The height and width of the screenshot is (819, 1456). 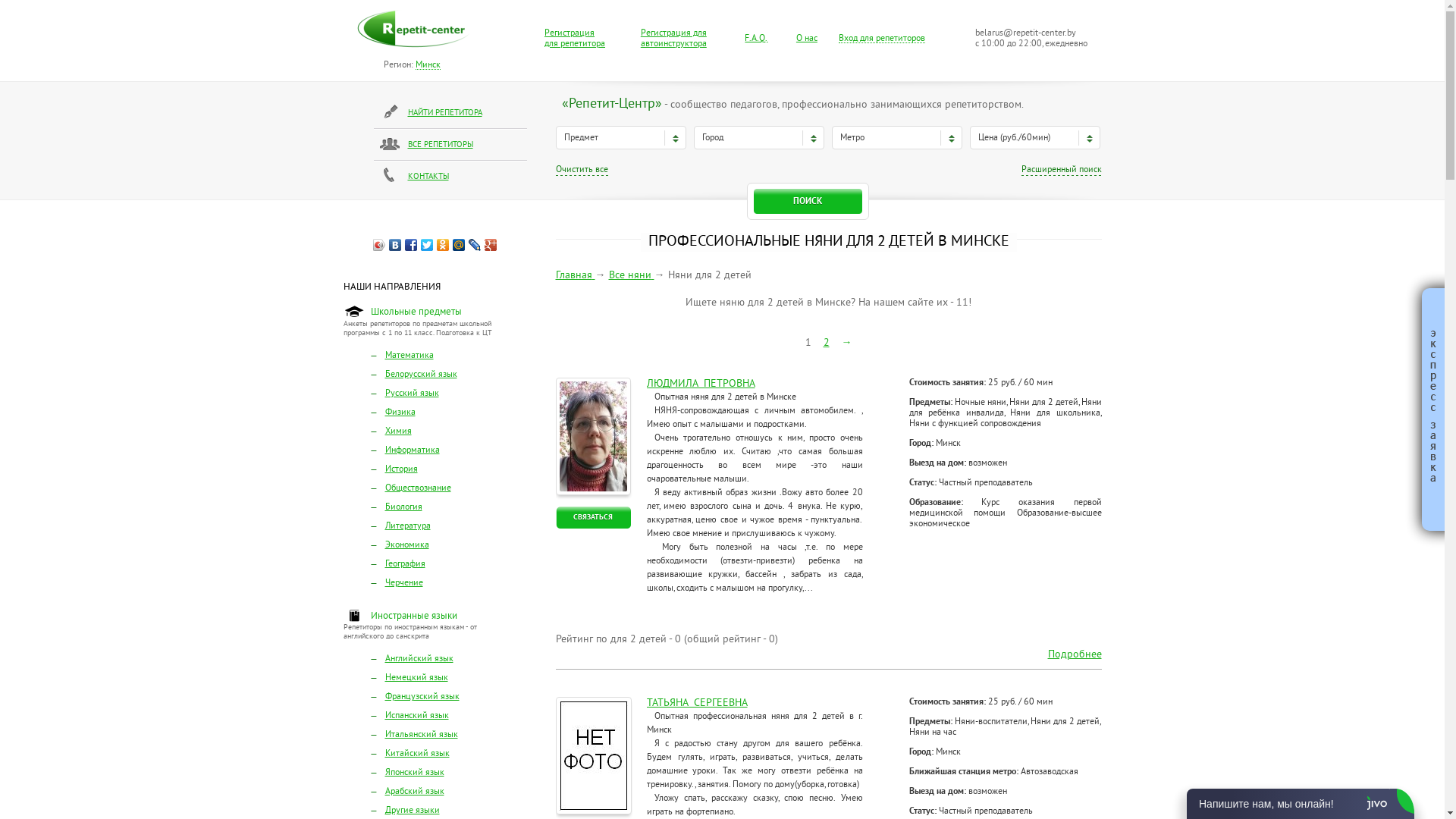 What do you see at coordinates (426, 244) in the screenshot?
I see `'Twitter'` at bounding box center [426, 244].